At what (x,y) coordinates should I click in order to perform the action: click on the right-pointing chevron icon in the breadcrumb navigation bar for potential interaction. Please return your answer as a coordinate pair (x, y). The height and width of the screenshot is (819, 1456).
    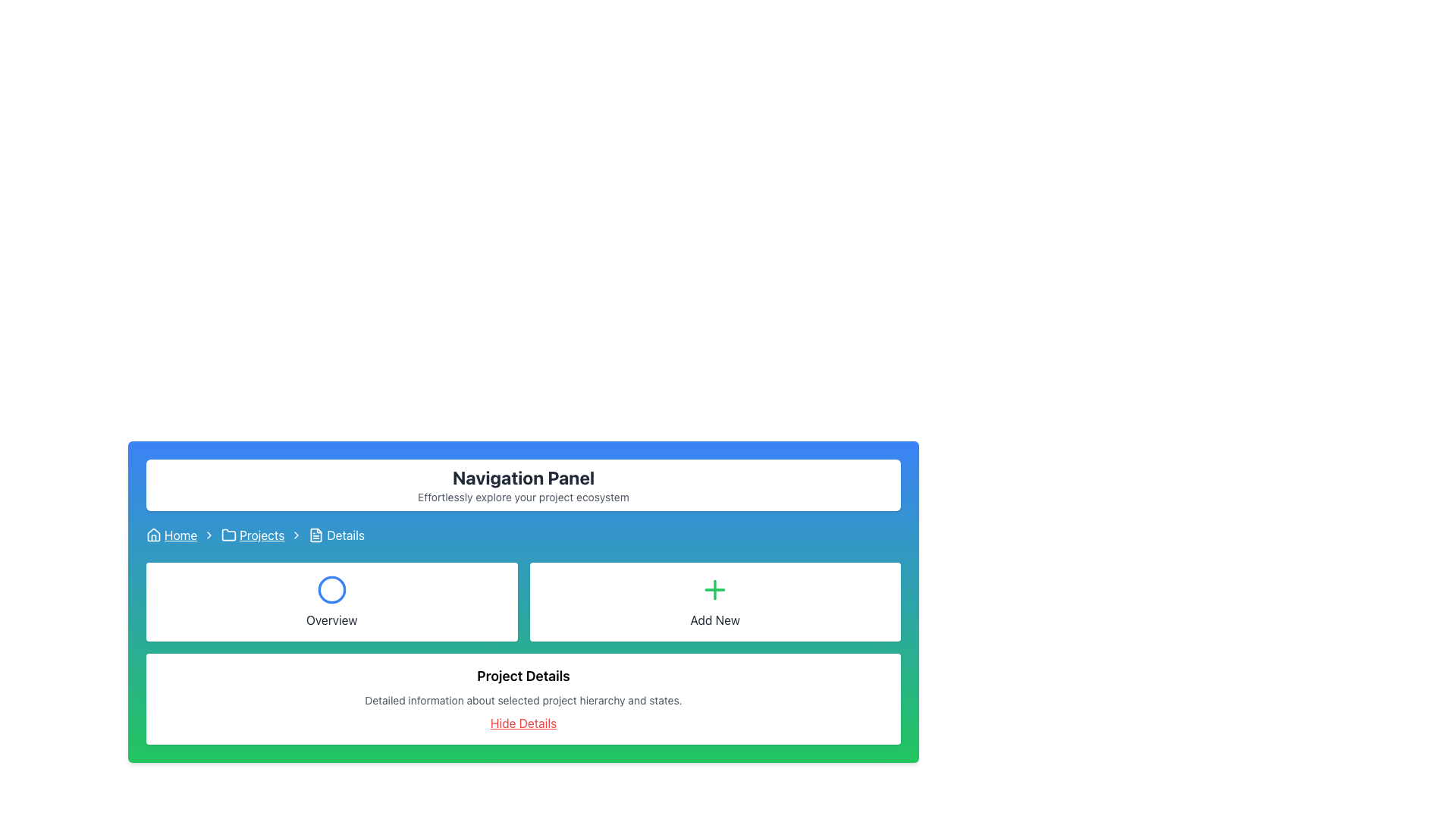
    Looking at the image, I should click on (297, 534).